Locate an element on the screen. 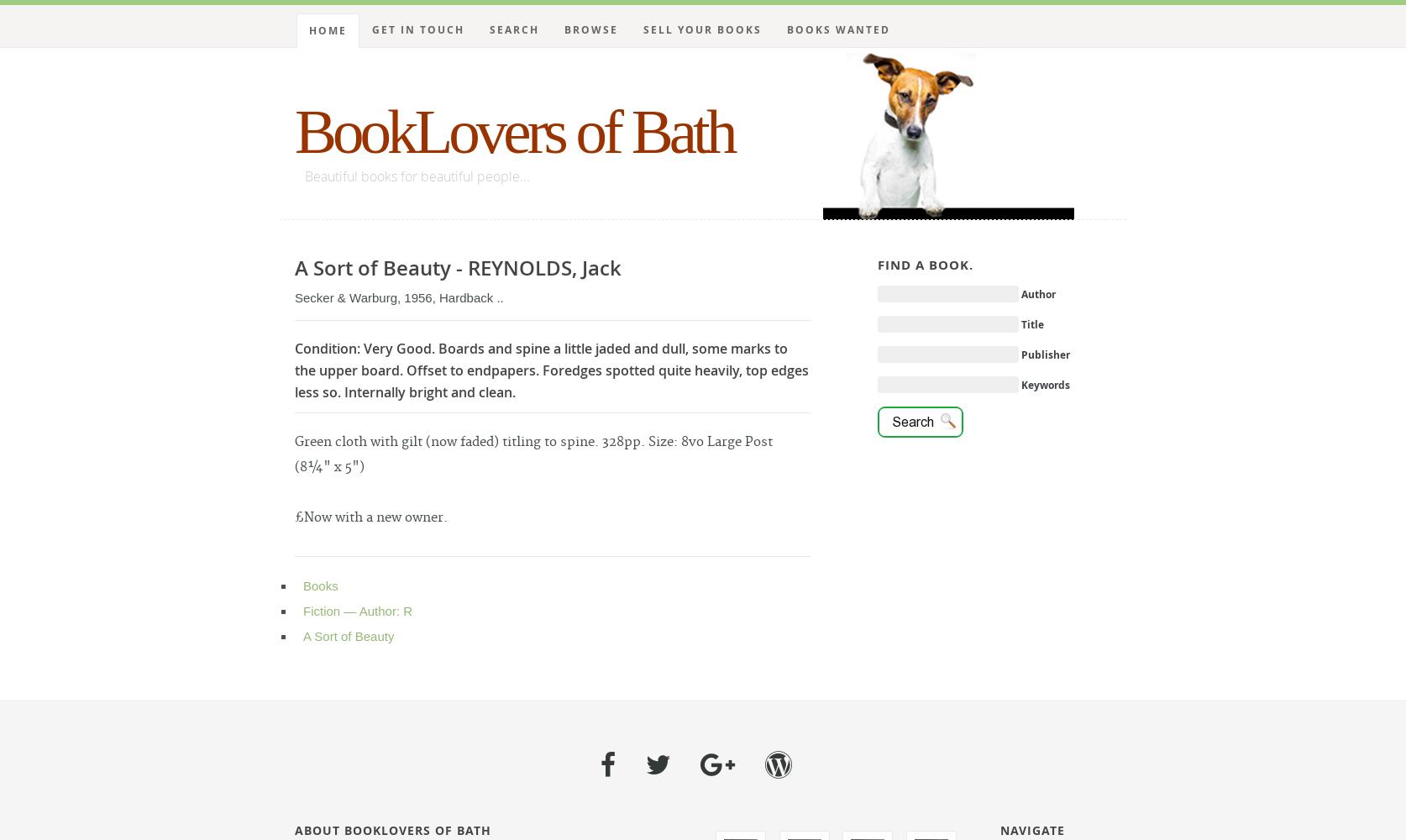 Image resolution: width=1406 pixels, height=840 pixels. 'Author' is located at coordinates (1037, 293).